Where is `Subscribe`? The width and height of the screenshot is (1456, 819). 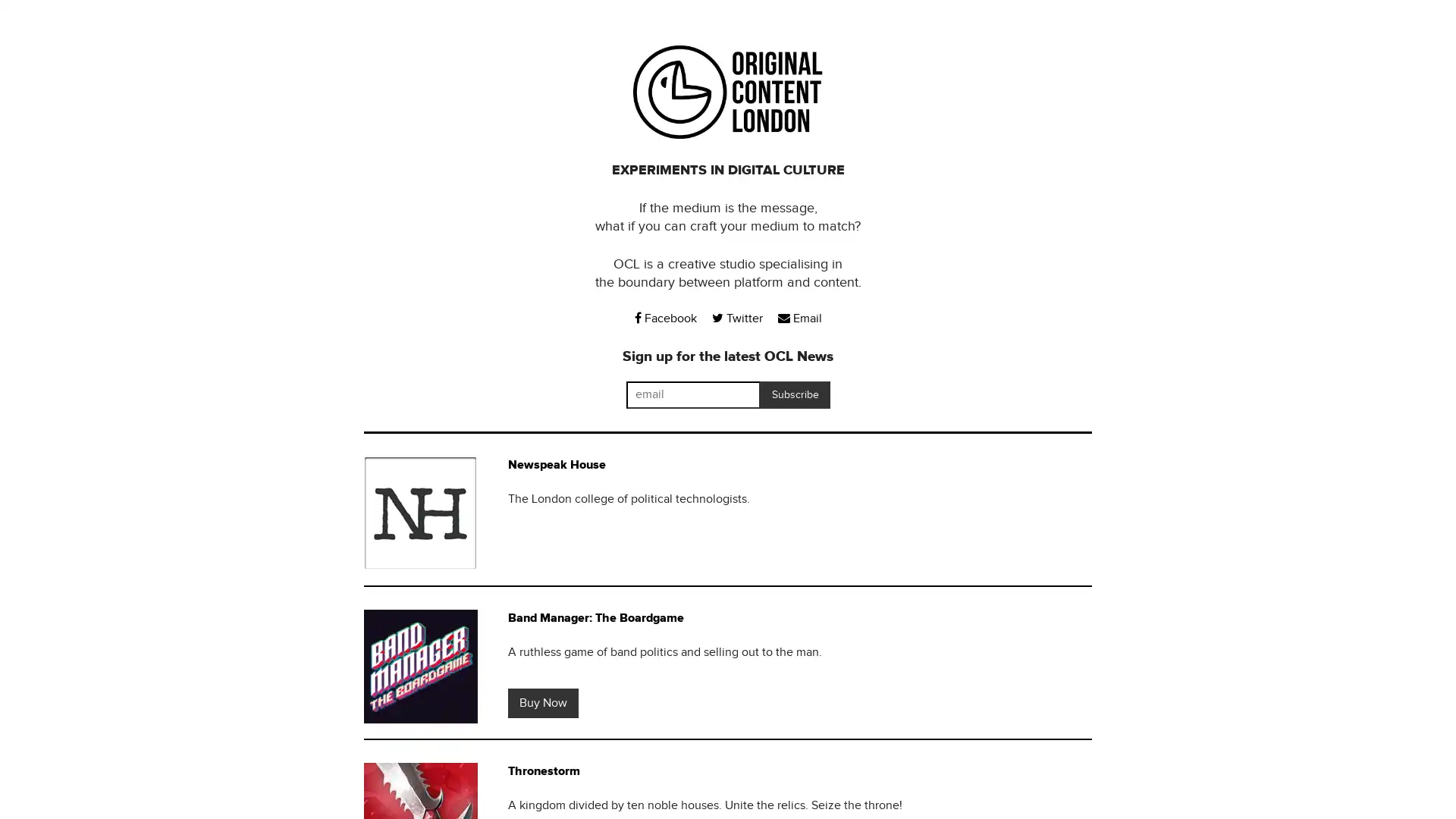
Subscribe is located at coordinates (793, 394).